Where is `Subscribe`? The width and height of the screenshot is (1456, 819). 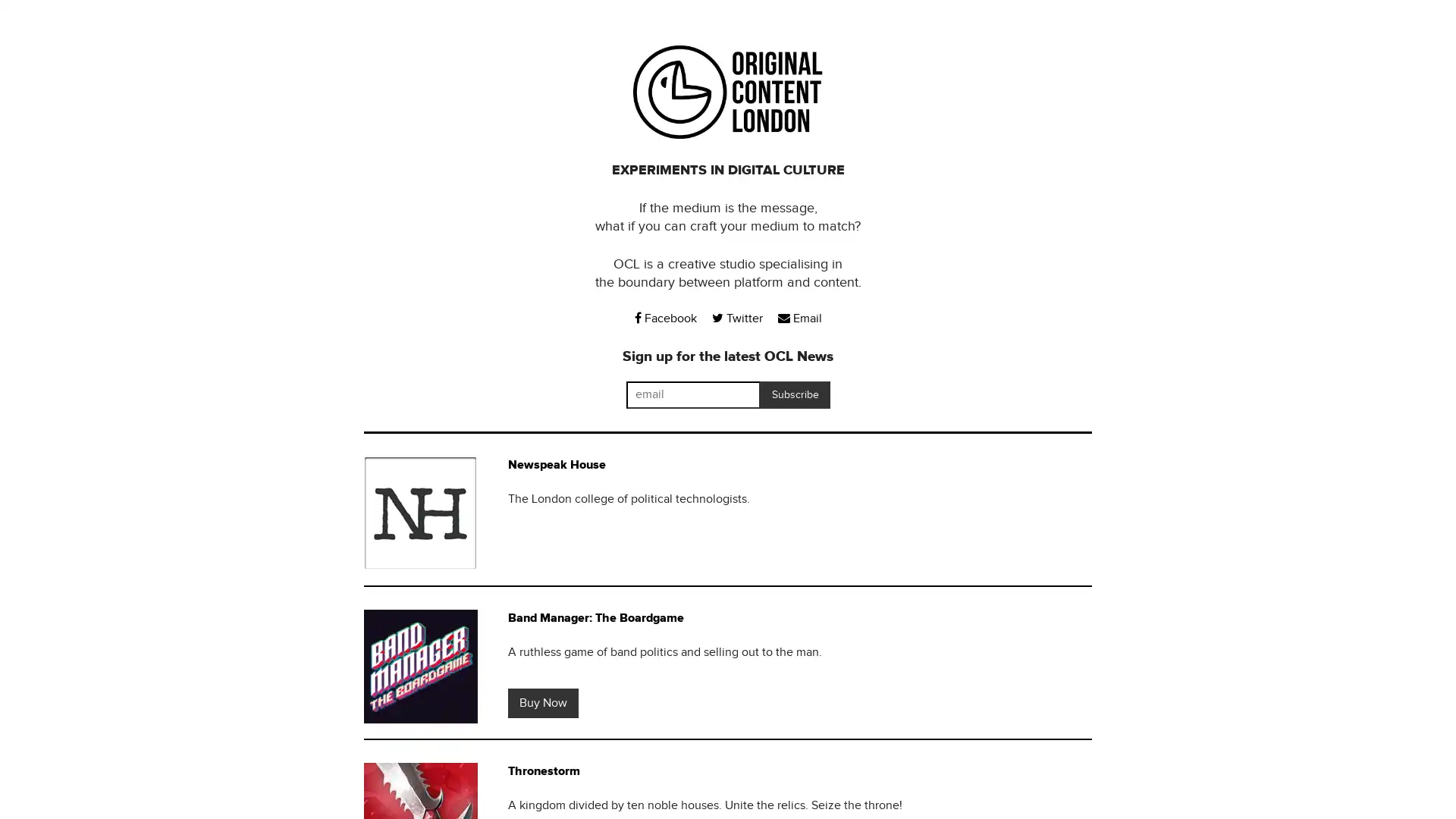
Subscribe is located at coordinates (793, 394).